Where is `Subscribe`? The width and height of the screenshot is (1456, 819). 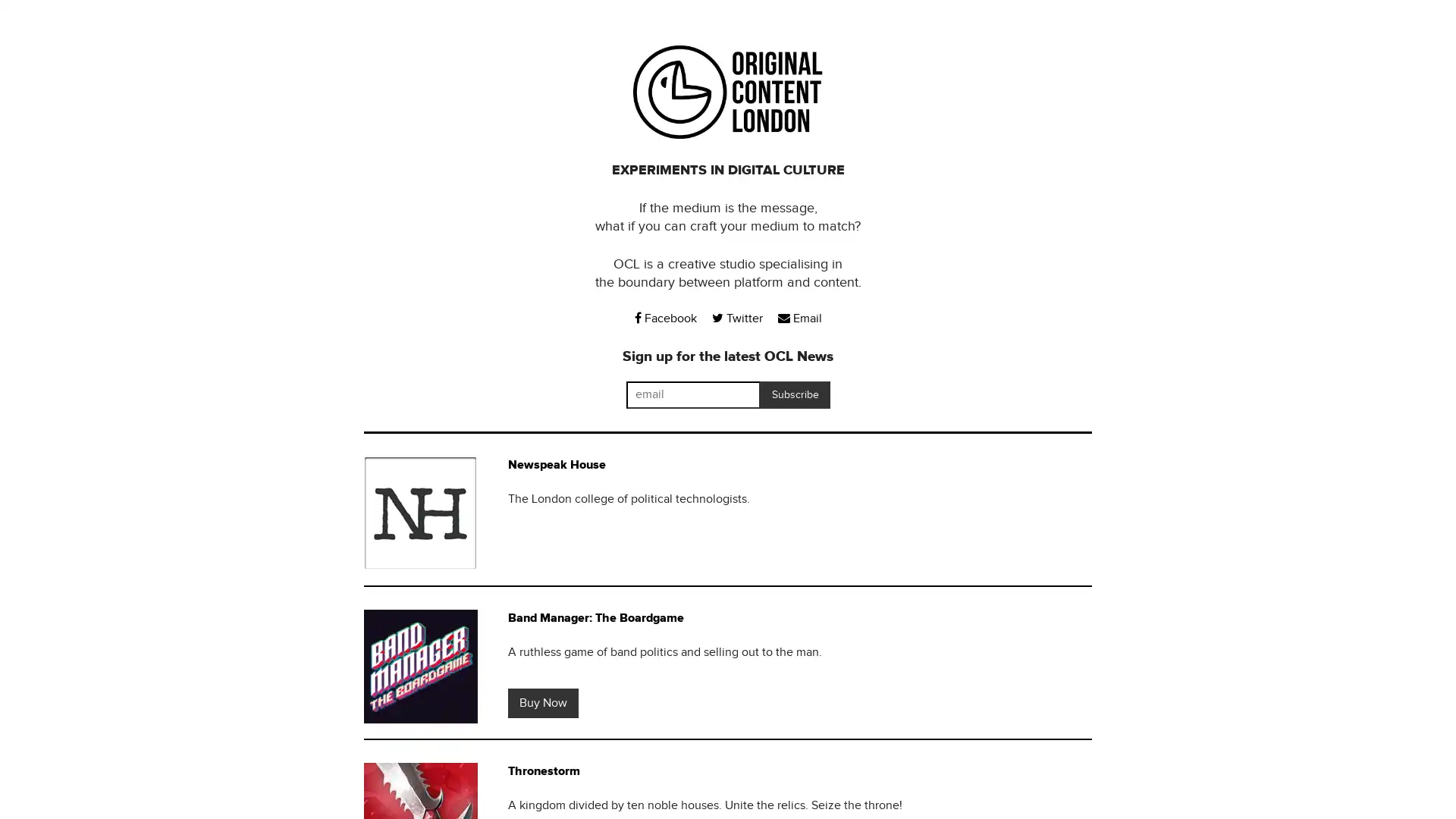
Subscribe is located at coordinates (793, 394).